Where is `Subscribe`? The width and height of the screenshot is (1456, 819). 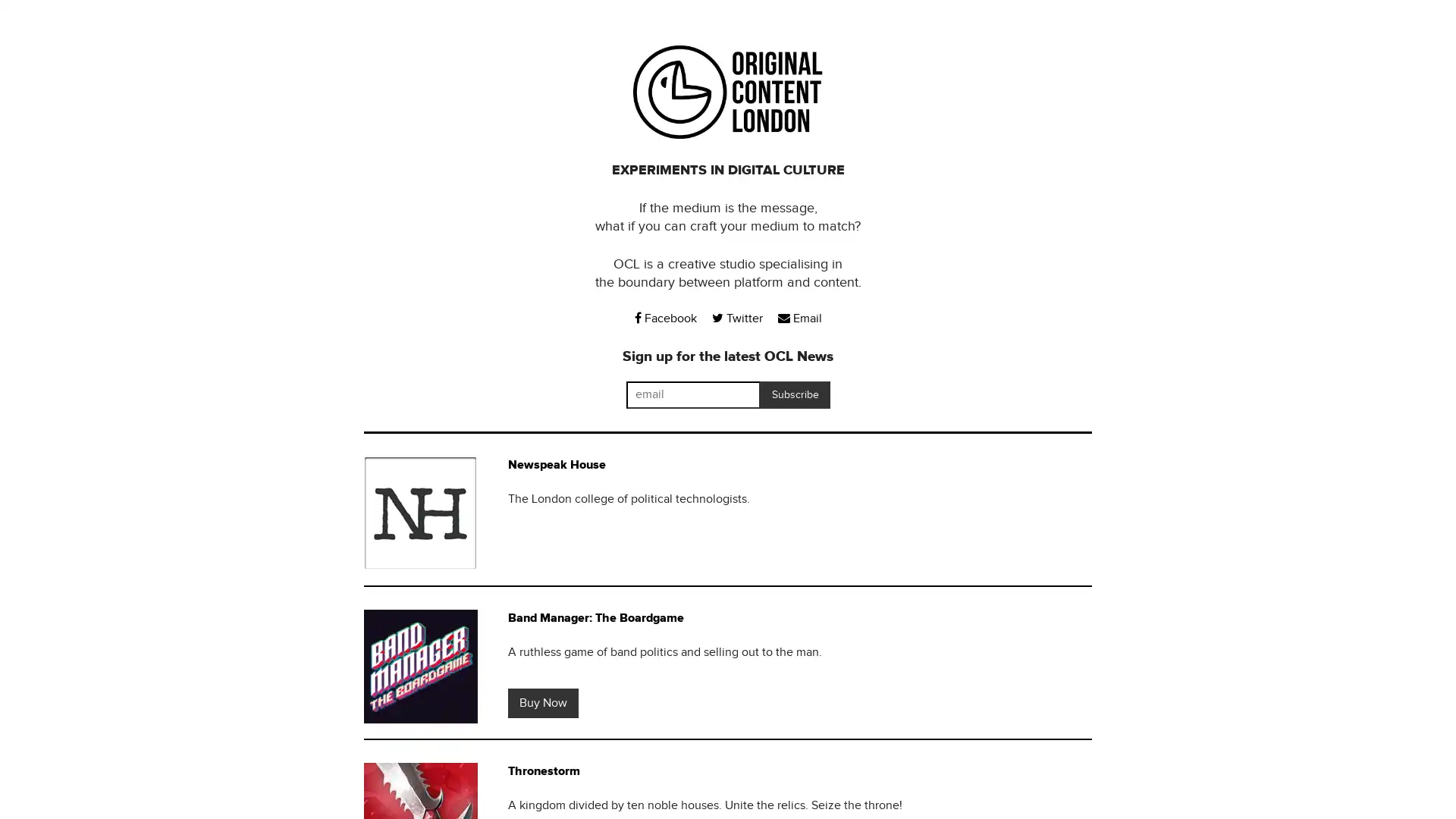
Subscribe is located at coordinates (793, 394).